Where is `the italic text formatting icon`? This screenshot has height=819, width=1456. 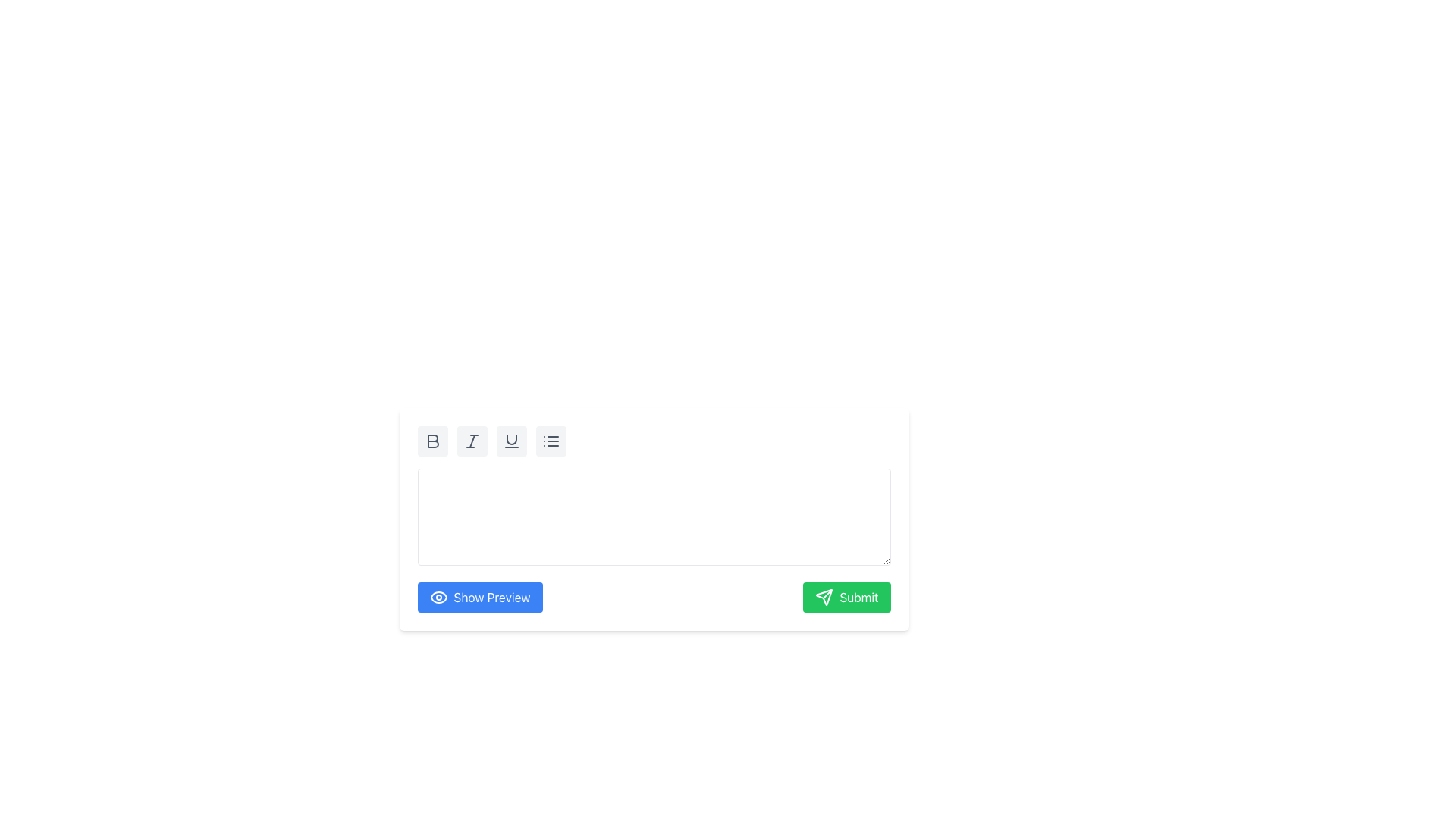 the italic text formatting icon is located at coordinates (471, 441).